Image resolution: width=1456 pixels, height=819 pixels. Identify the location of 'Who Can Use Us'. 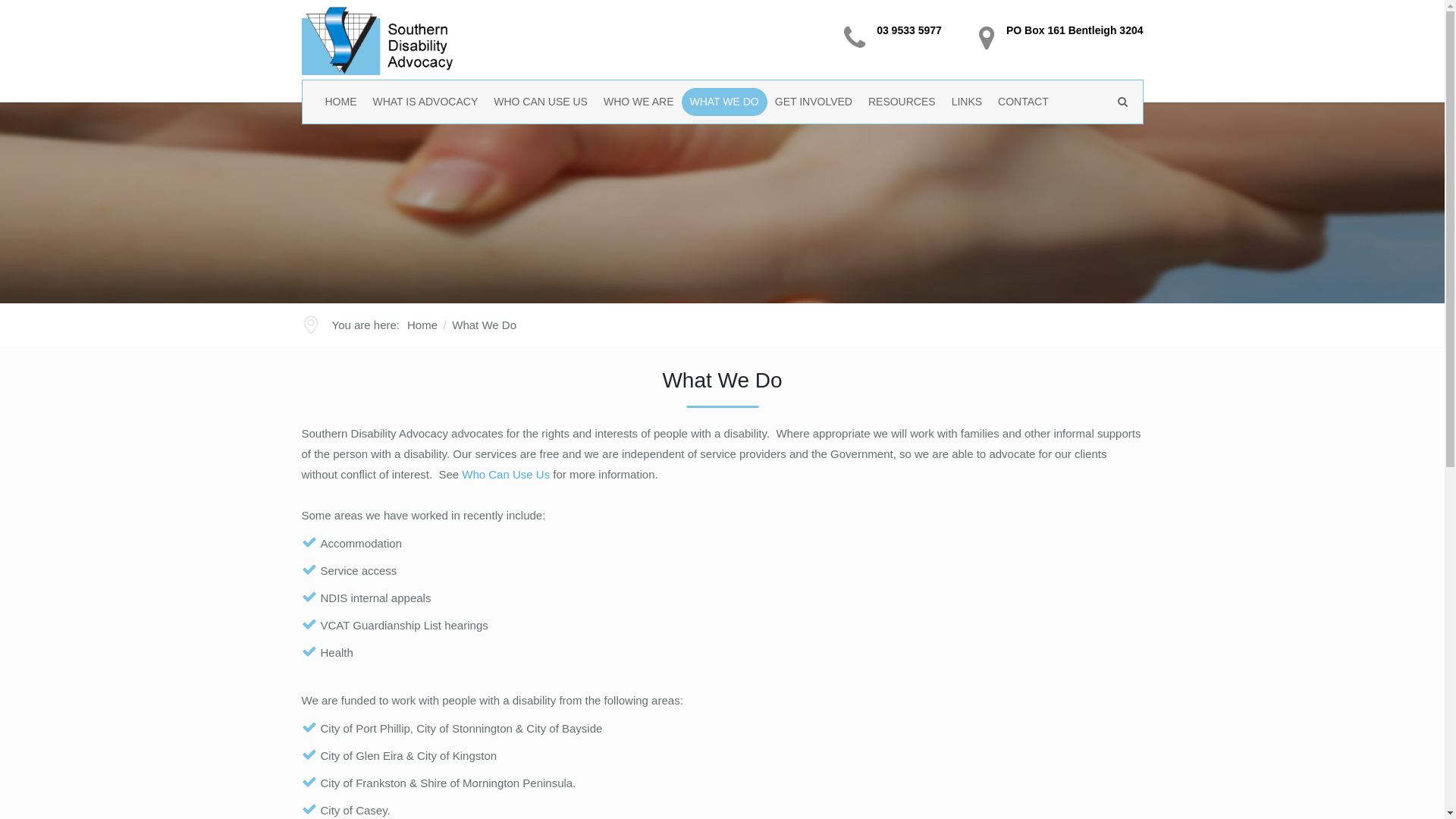
(506, 473).